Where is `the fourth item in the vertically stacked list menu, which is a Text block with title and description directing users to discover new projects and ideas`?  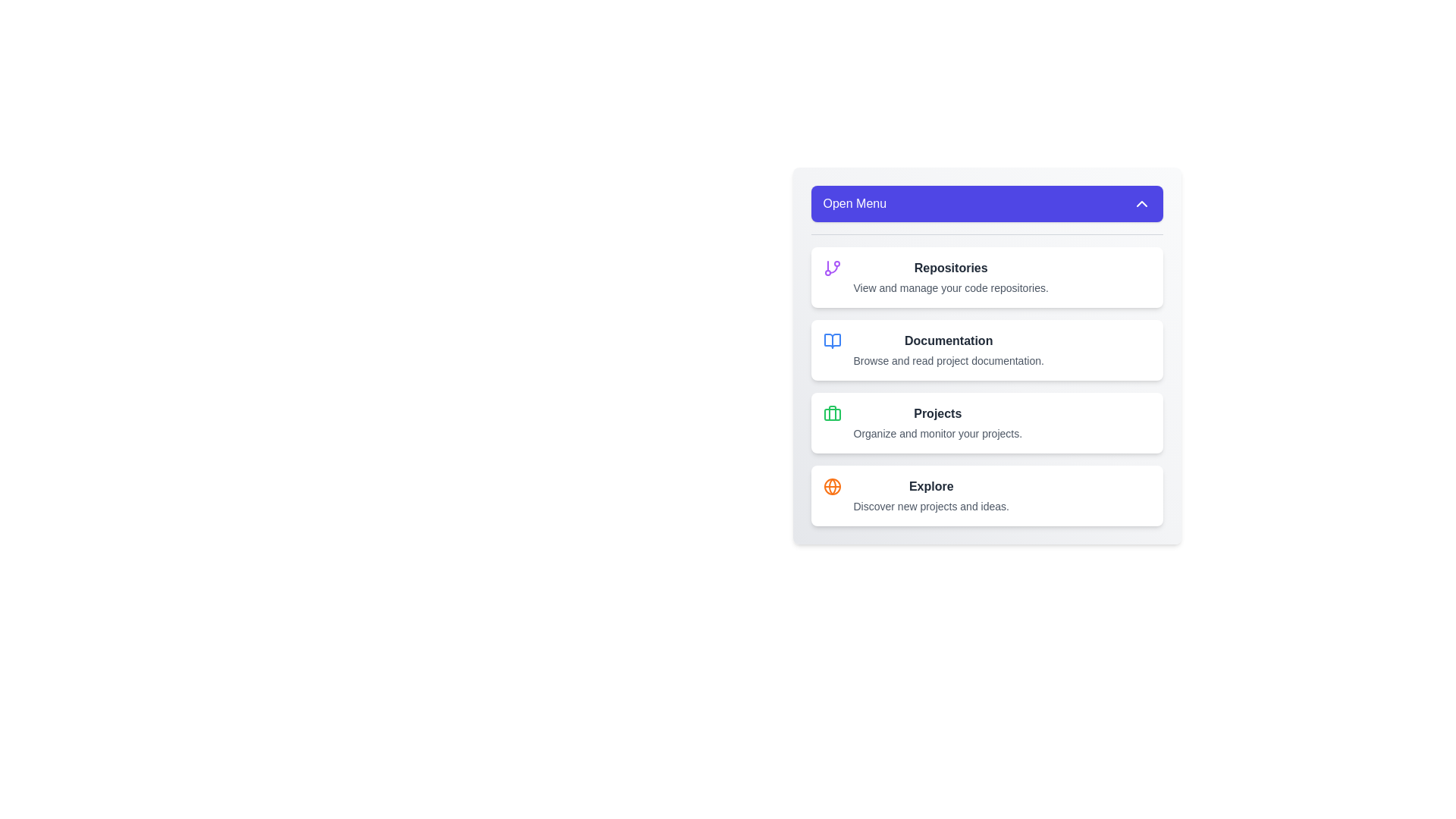 the fourth item in the vertically stacked list menu, which is a Text block with title and description directing users to discover new projects and ideas is located at coordinates (930, 496).